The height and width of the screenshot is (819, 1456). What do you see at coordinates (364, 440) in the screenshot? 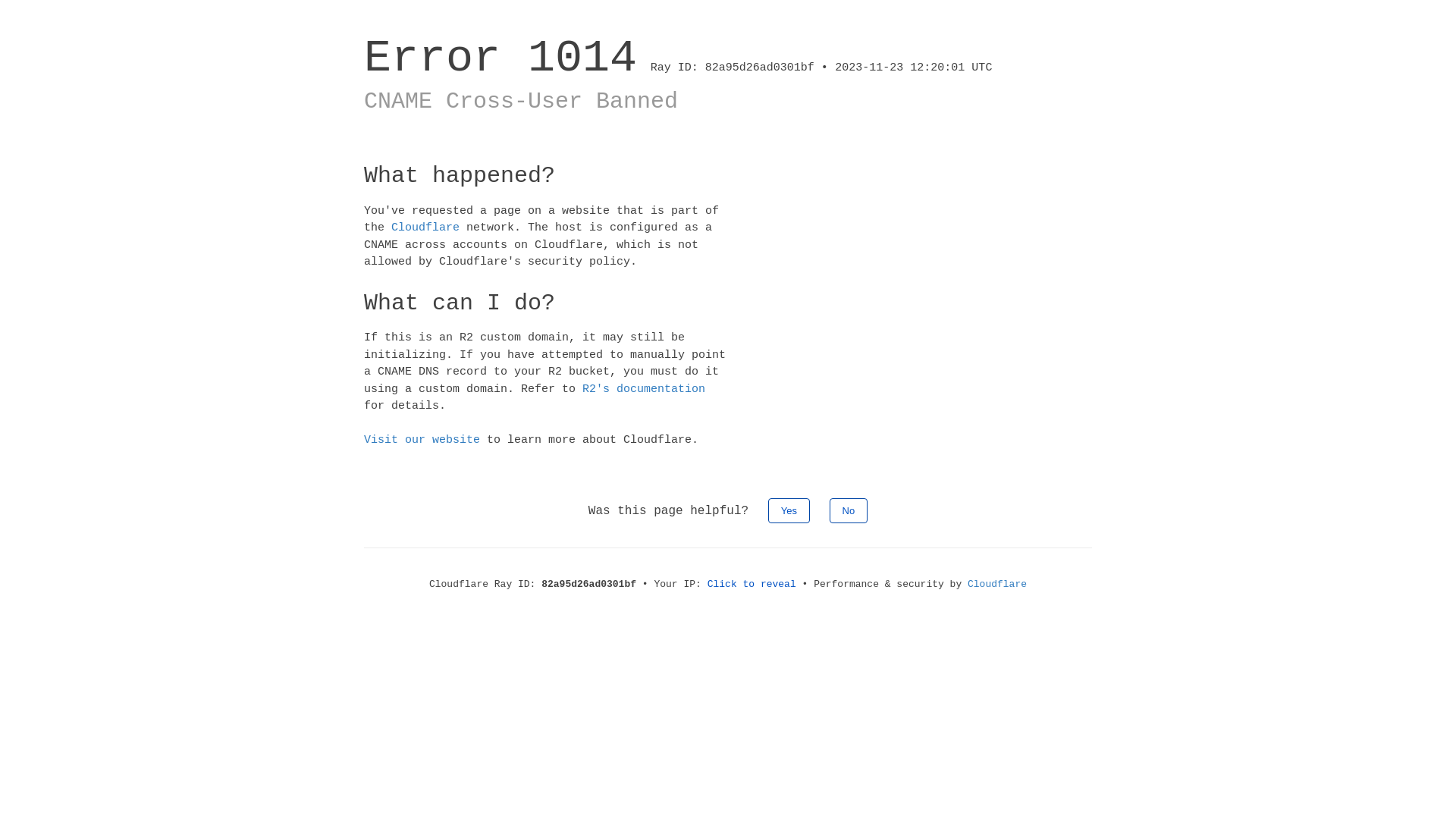
I see `'Visit our website'` at bounding box center [364, 440].